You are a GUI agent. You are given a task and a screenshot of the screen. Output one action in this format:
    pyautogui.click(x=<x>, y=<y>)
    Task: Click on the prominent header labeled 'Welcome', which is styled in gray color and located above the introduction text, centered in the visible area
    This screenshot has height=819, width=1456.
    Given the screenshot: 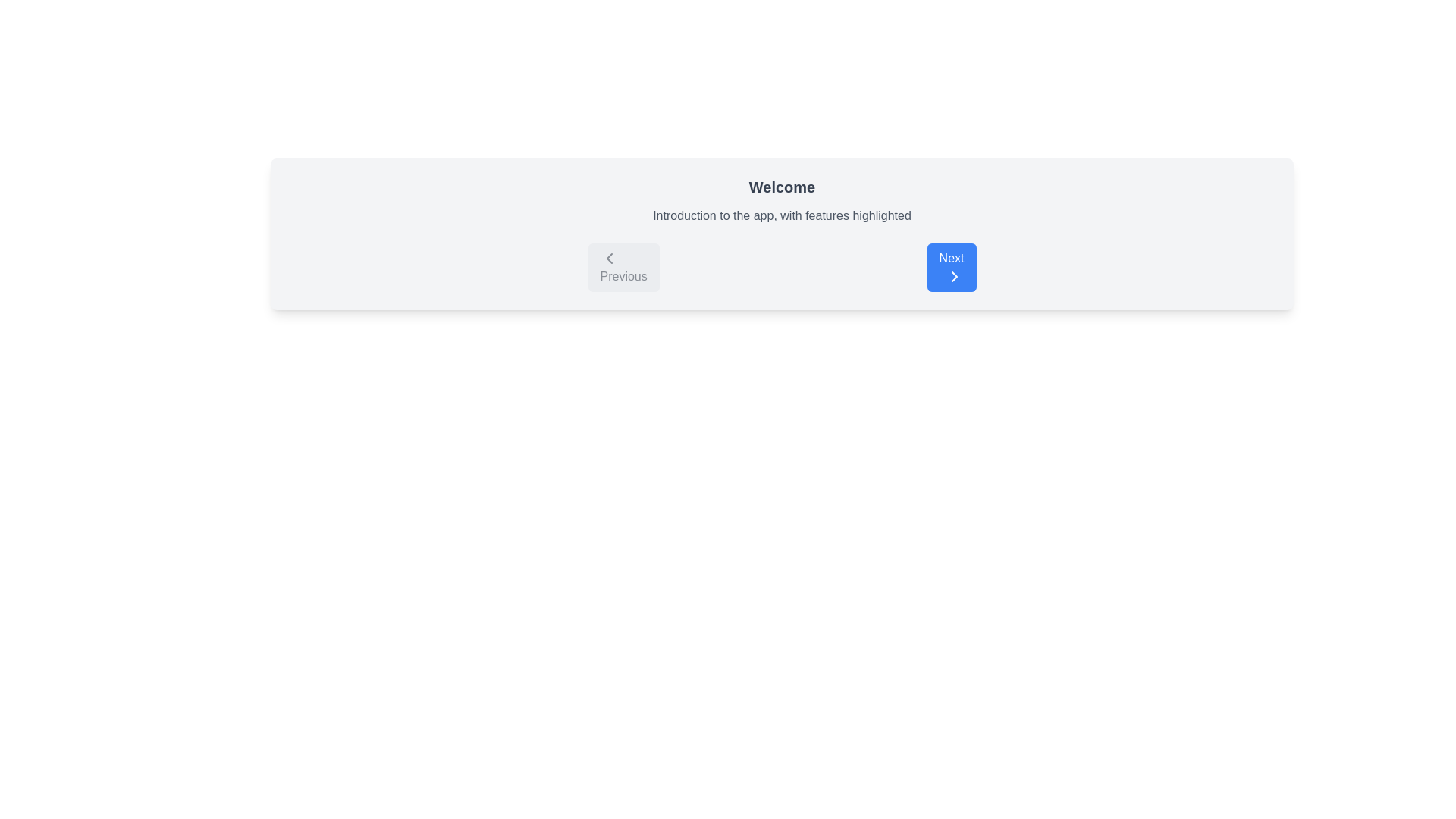 What is the action you would take?
    pyautogui.click(x=782, y=186)
    